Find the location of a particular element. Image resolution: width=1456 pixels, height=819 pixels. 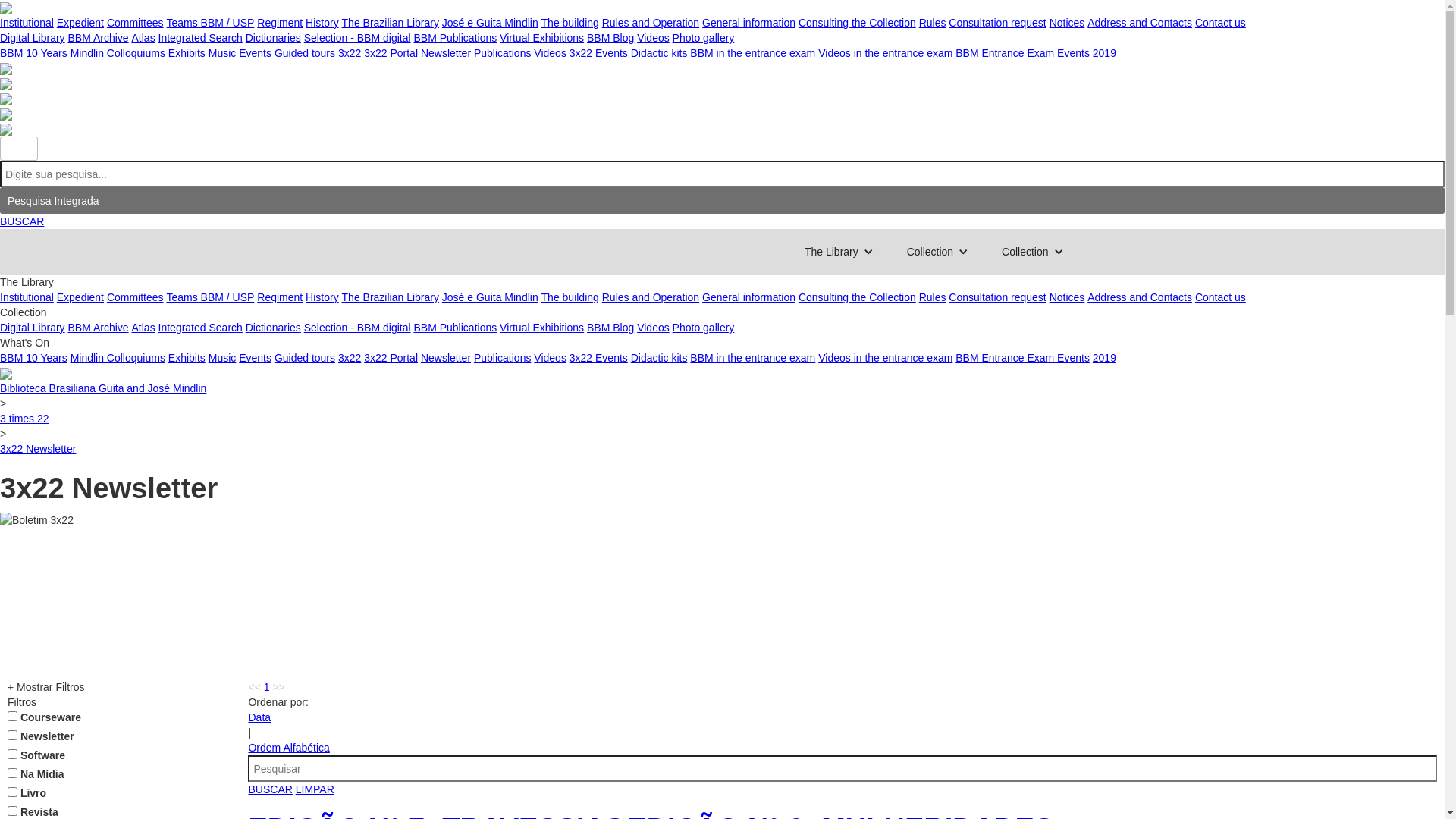

'3 times 22' is located at coordinates (24, 418).